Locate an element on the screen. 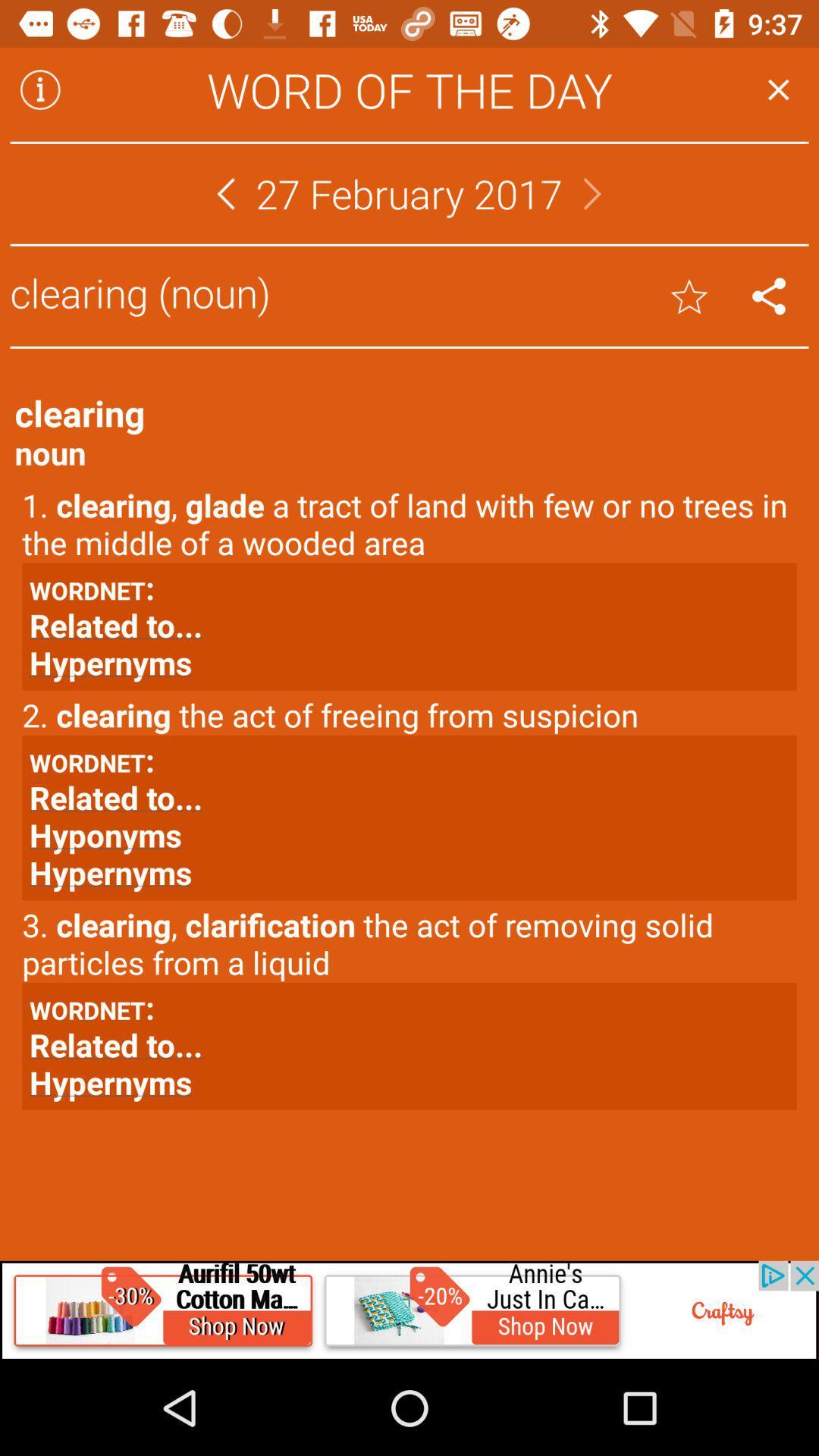 This screenshot has height=1456, width=819. network is located at coordinates (769, 296).